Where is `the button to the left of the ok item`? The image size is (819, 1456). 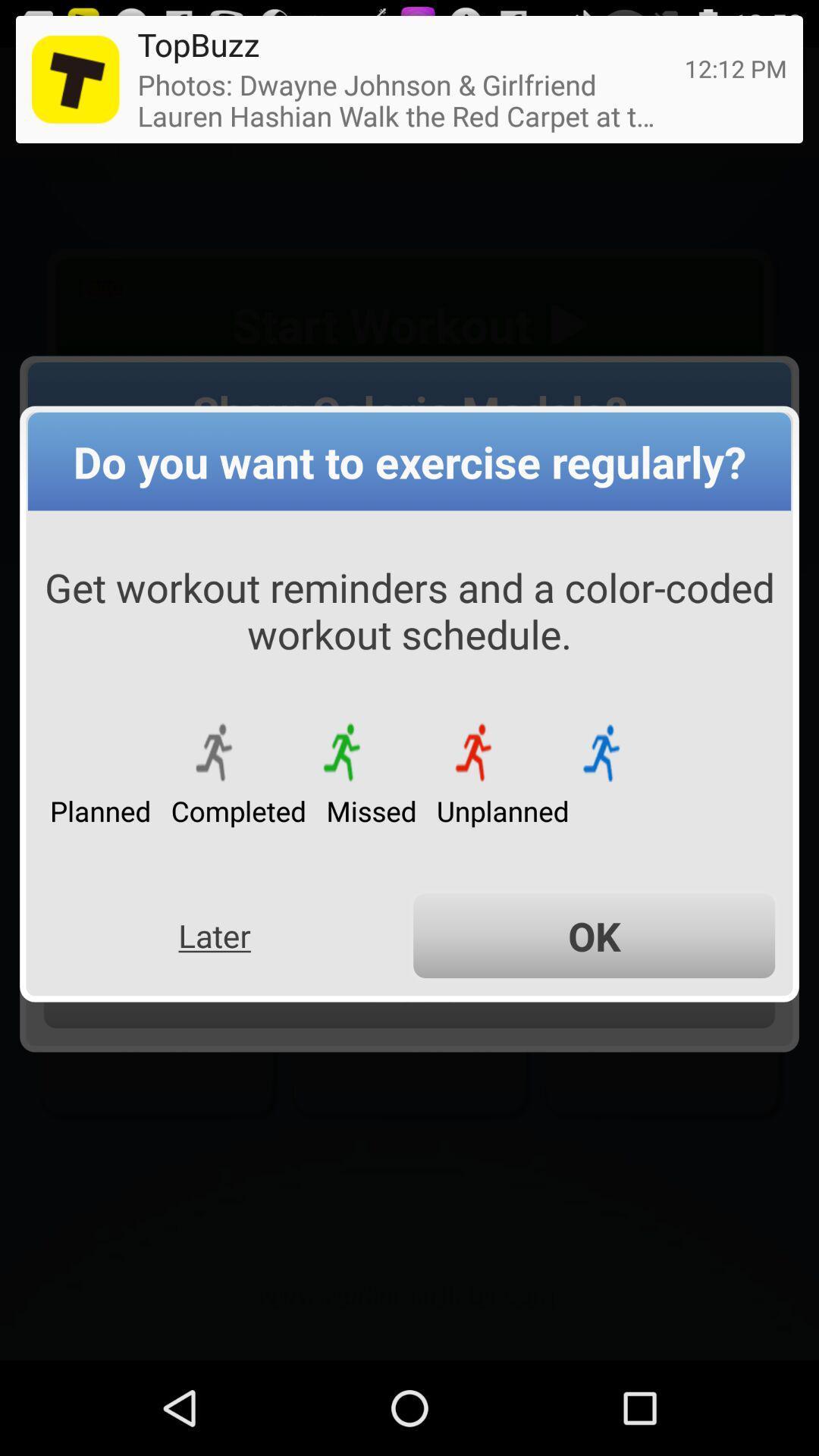
the button to the left of the ok item is located at coordinates (215, 935).